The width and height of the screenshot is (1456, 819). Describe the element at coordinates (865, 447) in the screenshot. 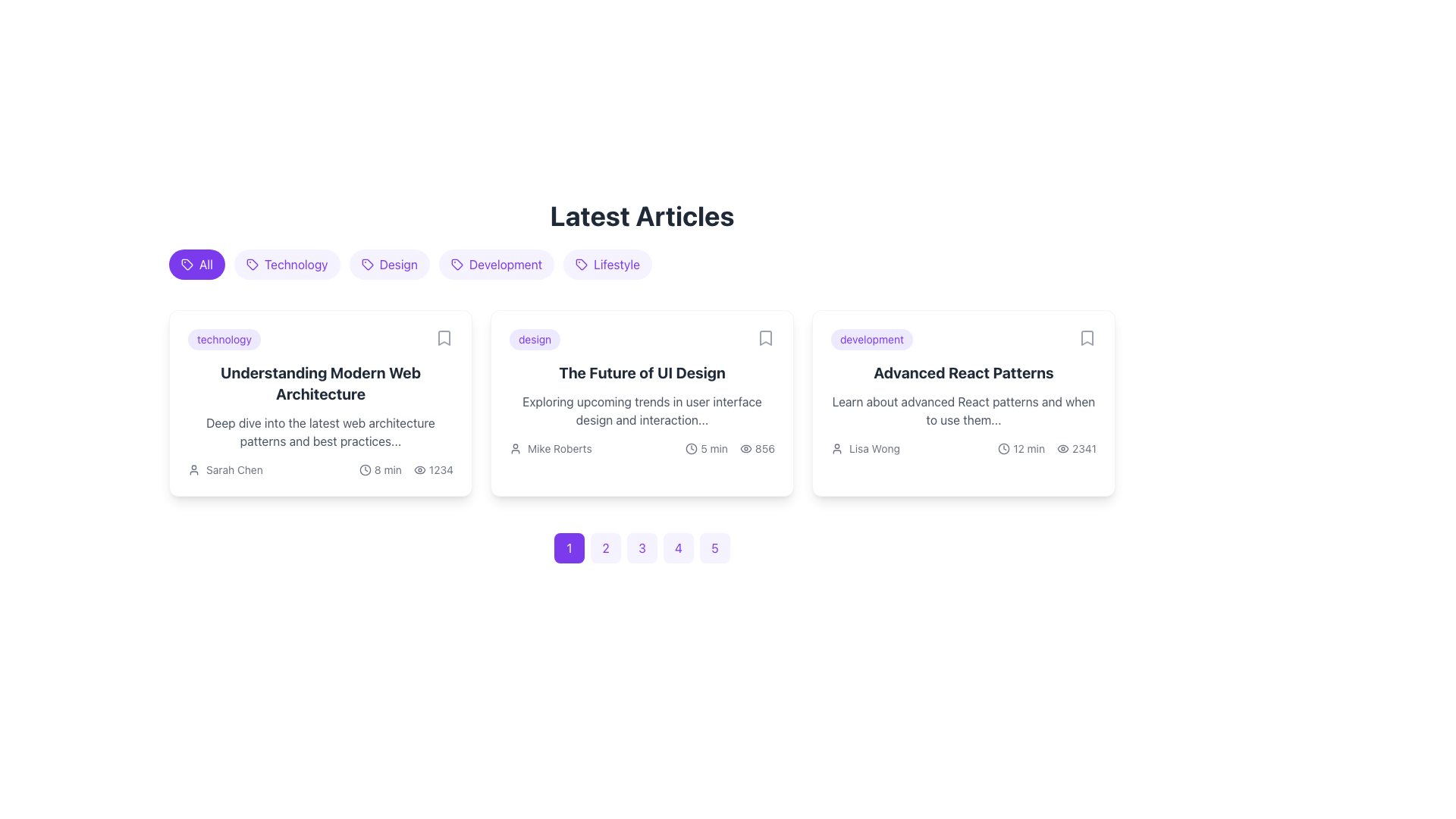

I see `the Author information label with icon and text in the author's information section of the third card titled 'Advanced React Patterns'` at that location.